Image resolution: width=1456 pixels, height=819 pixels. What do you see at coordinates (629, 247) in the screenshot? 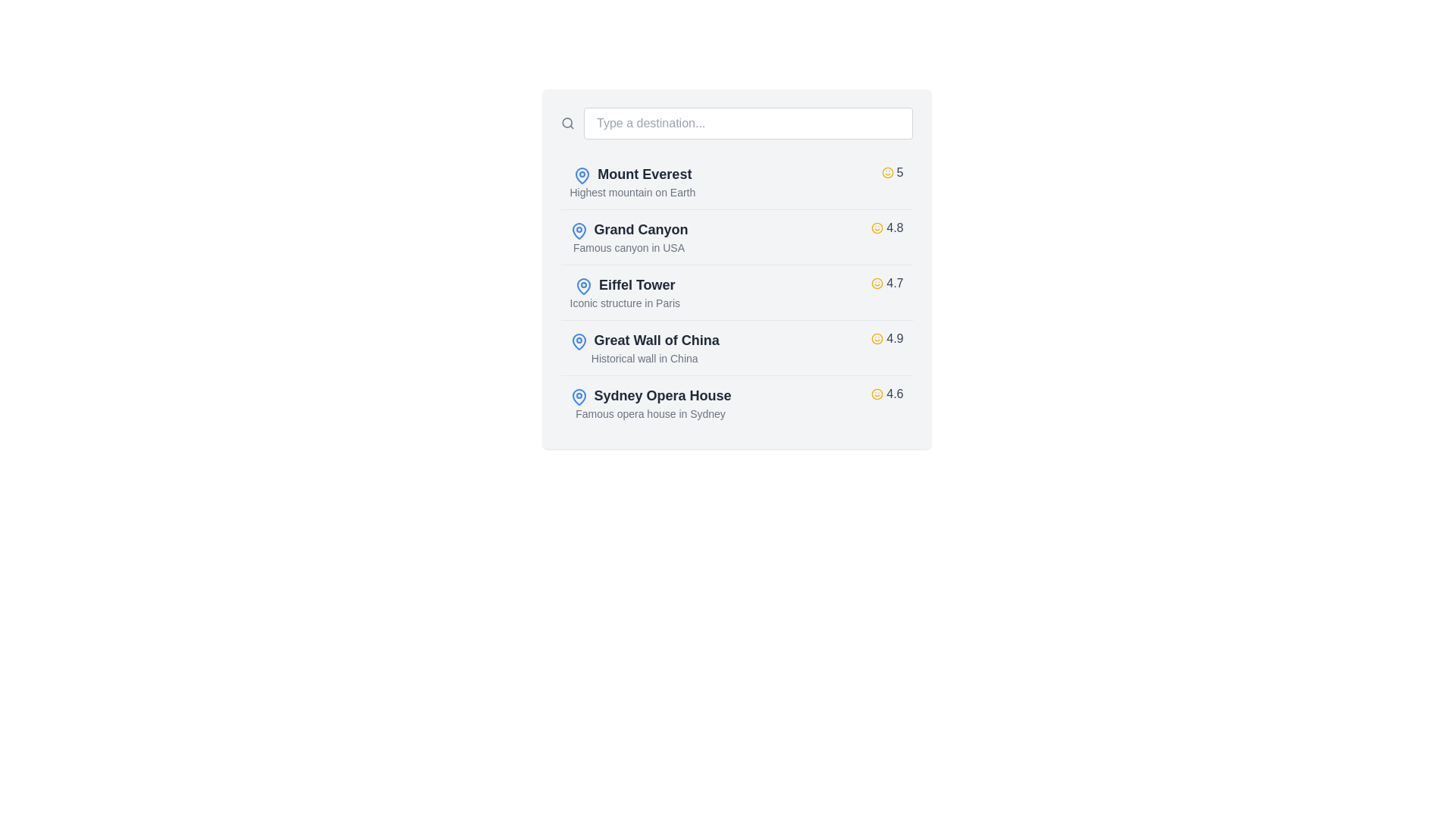
I see `the text label that reads 'Famous canyon in USA', which is styled in a smaller gray font and positioned below the 'Grand Canyon' title in the list` at bounding box center [629, 247].